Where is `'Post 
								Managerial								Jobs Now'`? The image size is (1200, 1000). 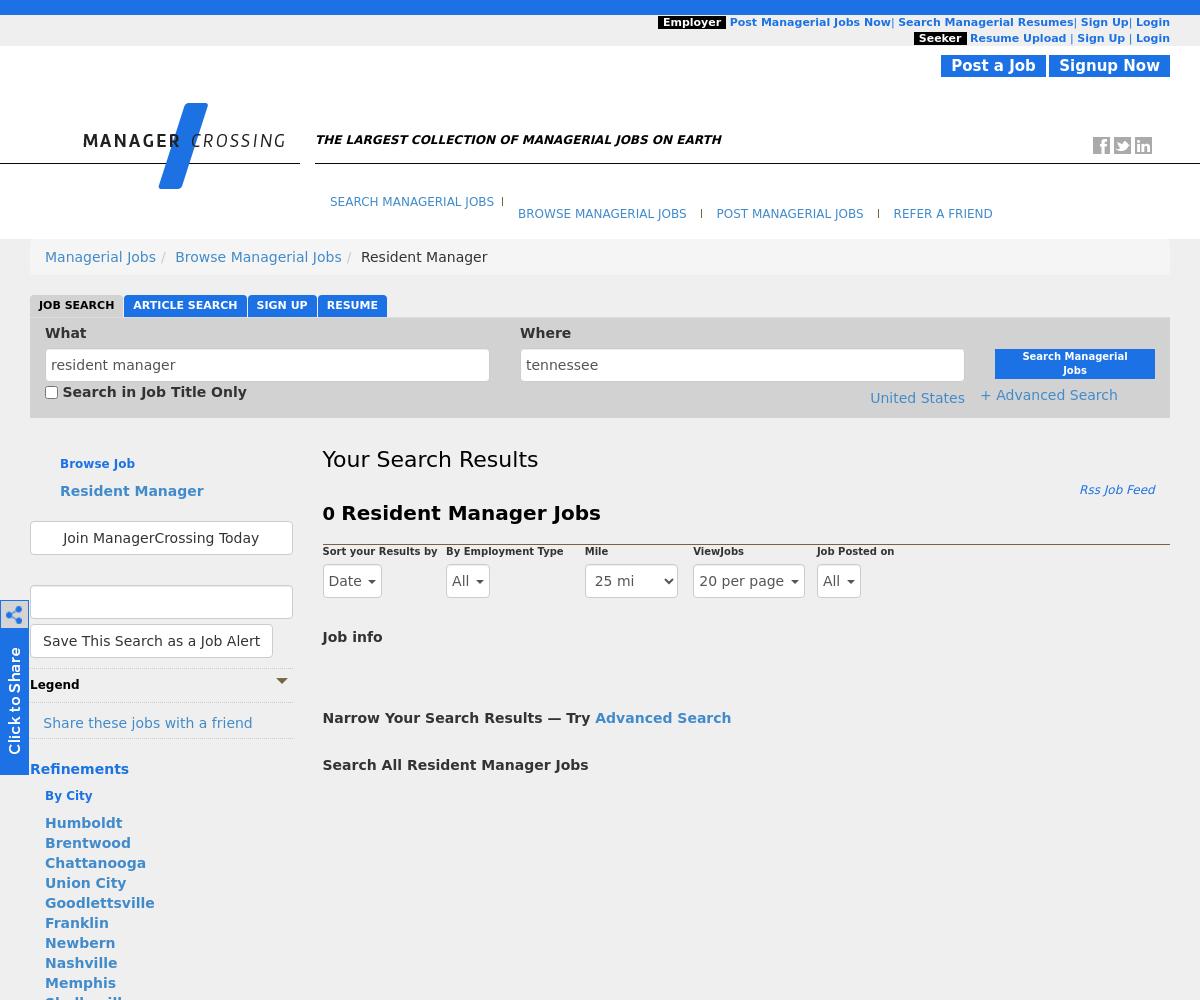
'Post 
								Managerial								Jobs Now' is located at coordinates (808, 22).